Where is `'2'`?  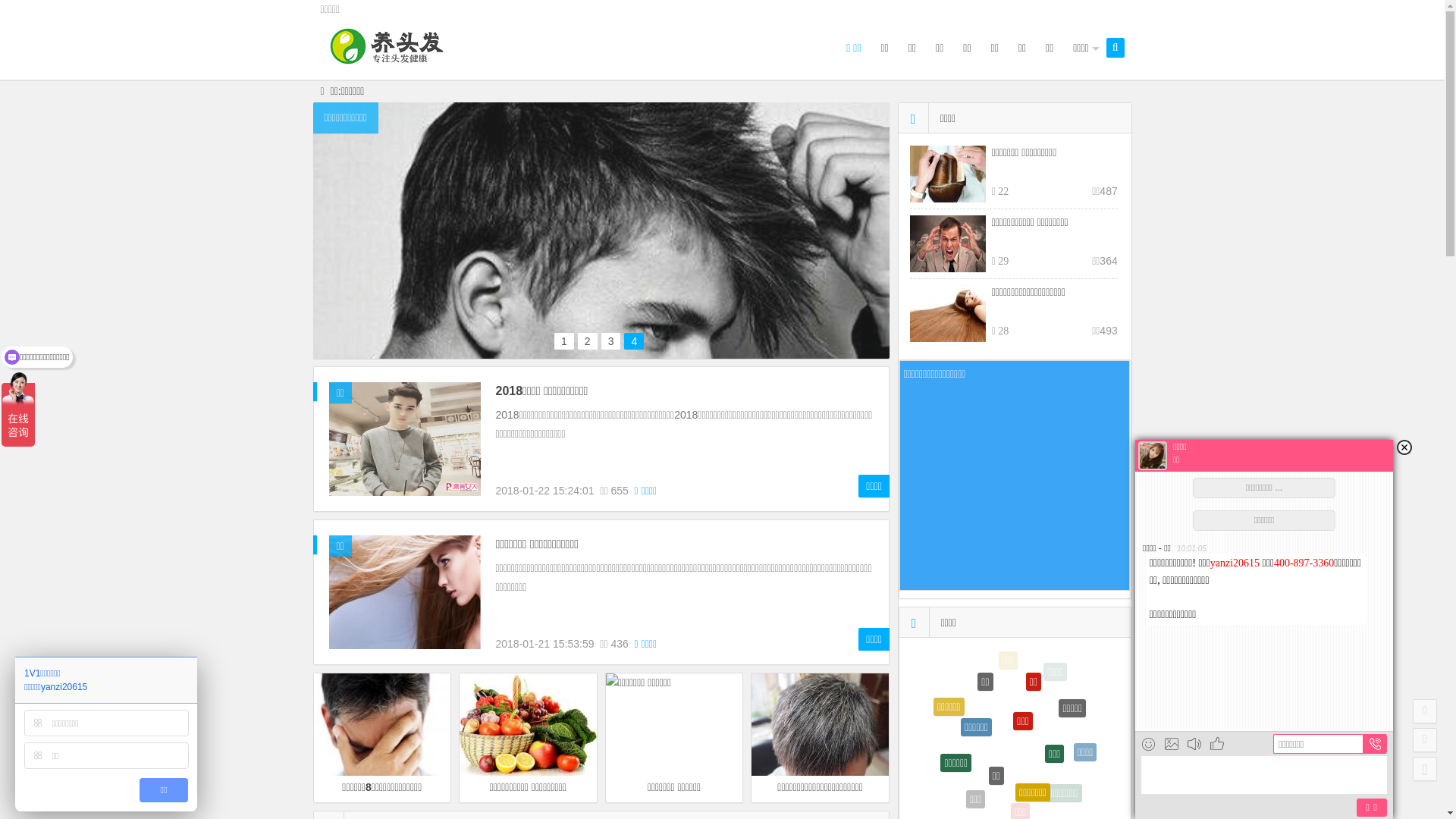 '2' is located at coordinates (586, 339).